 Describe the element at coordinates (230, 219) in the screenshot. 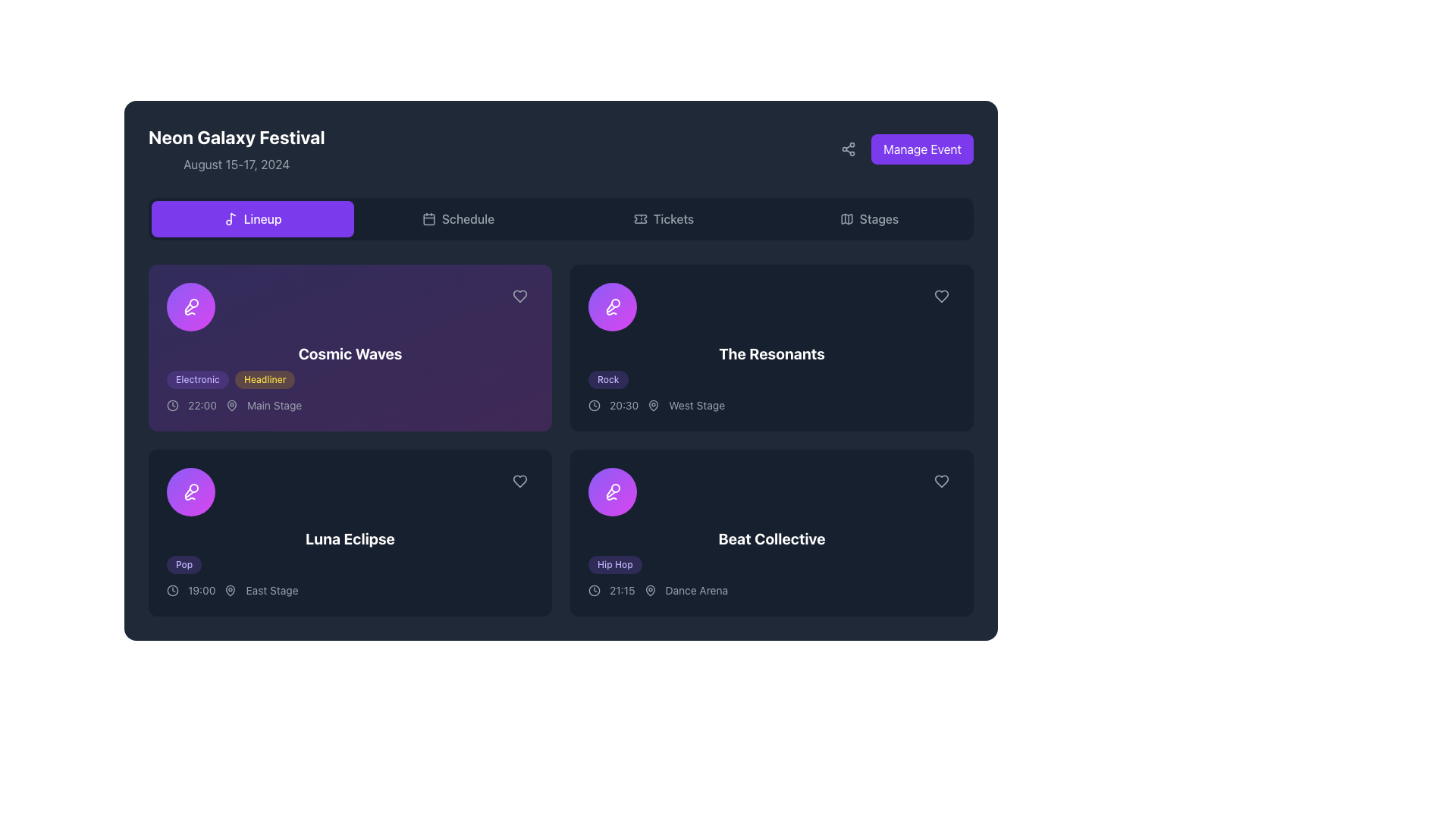

I see `the decorative icon located in the upper navigation bar, positioned to the left of the 'Lineup' button, which signifies its function related to musical or event lineups` at that location.